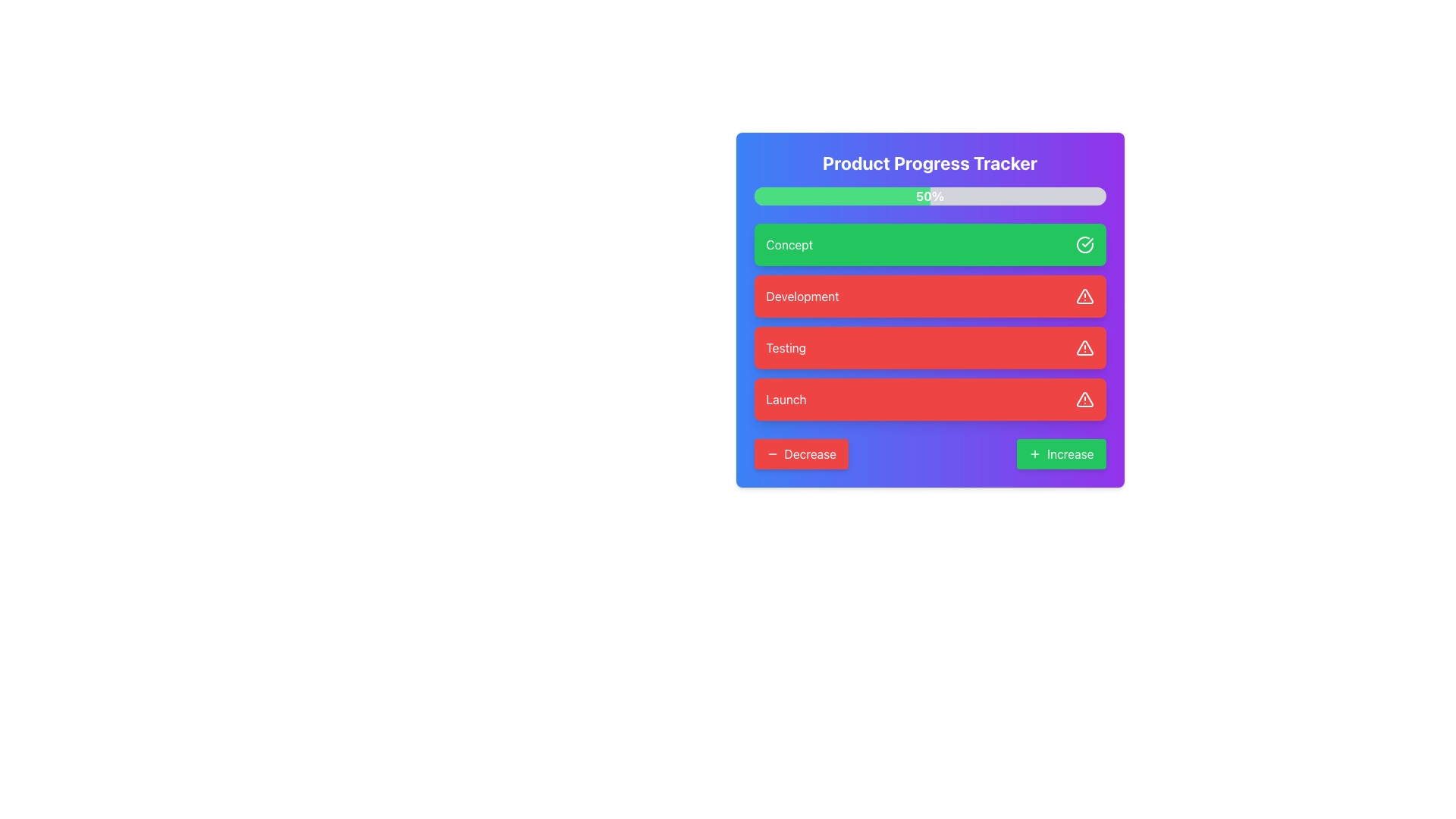 This screenshot has width=1456, height=819. I want to click on the progress bar indicating '50%' in the Product Progress Tracker card interface, so click(929, 195).